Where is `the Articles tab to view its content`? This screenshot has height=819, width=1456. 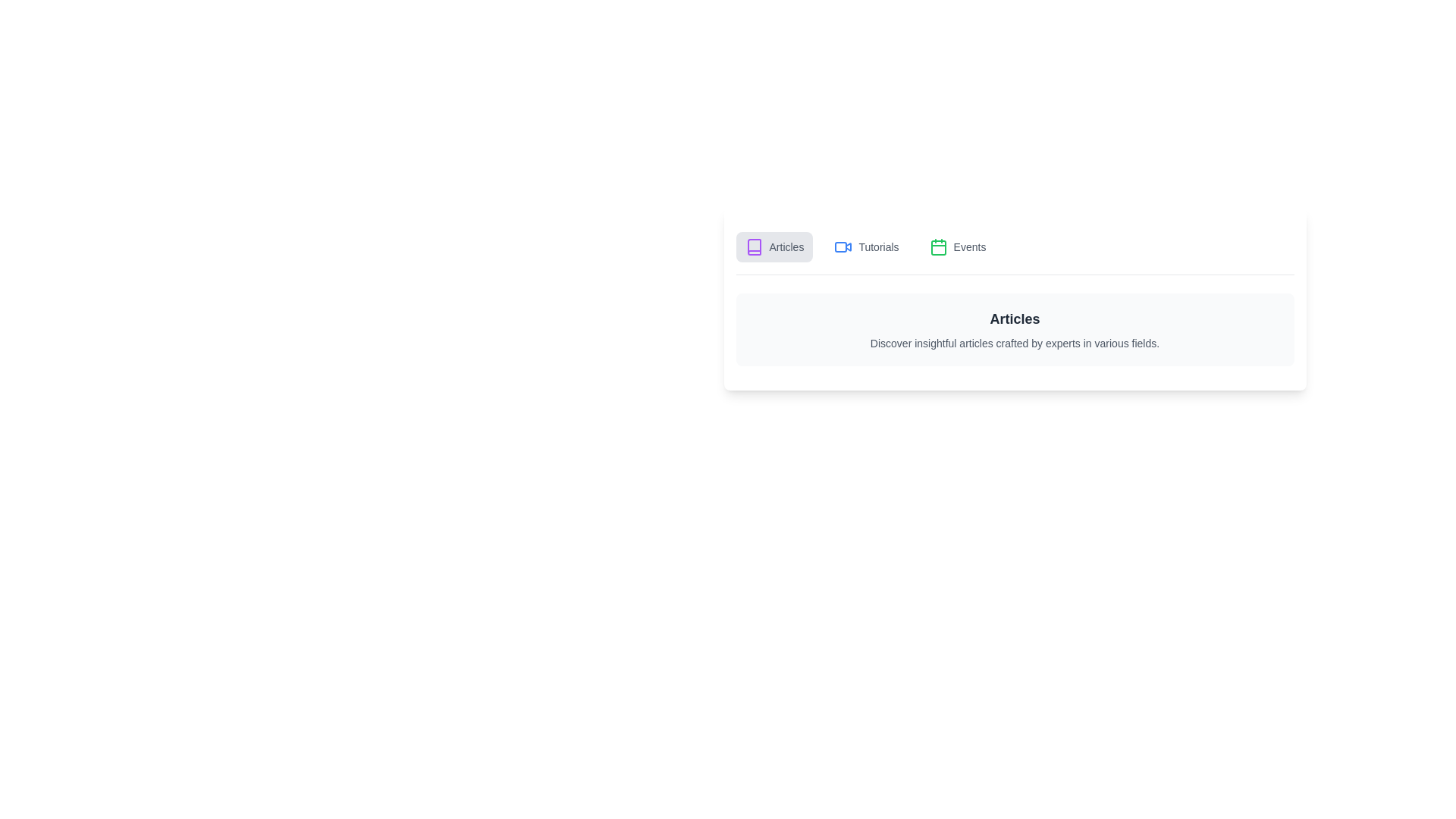 the Articles tab to view its content is located at coordinates (774, 246).